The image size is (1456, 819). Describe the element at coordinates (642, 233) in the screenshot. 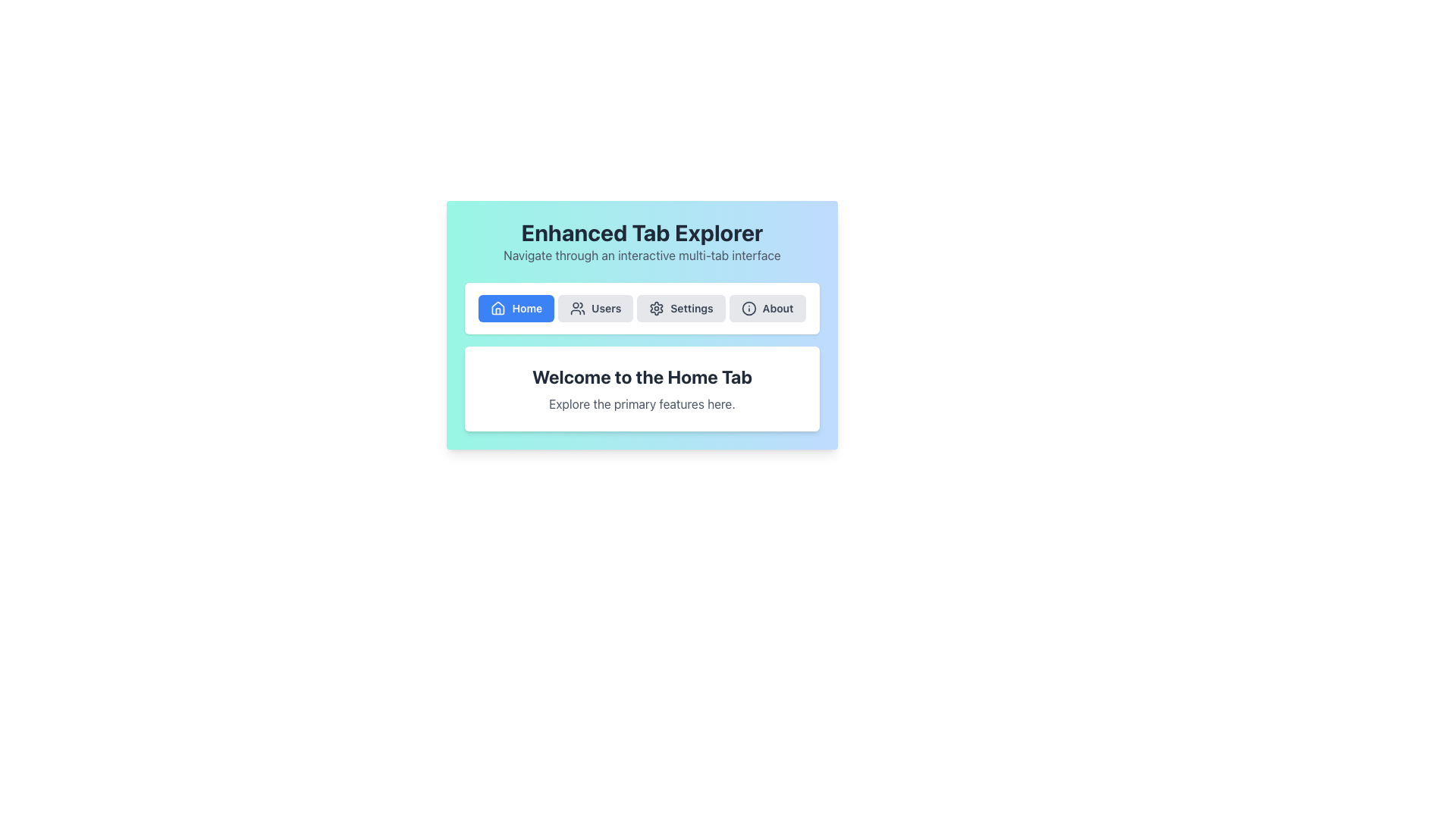

I see `bold, large-sized title text stating 'Enhanced Tab Explorer' which is centrally aligned at the top of the card with a gradient background` at that location.